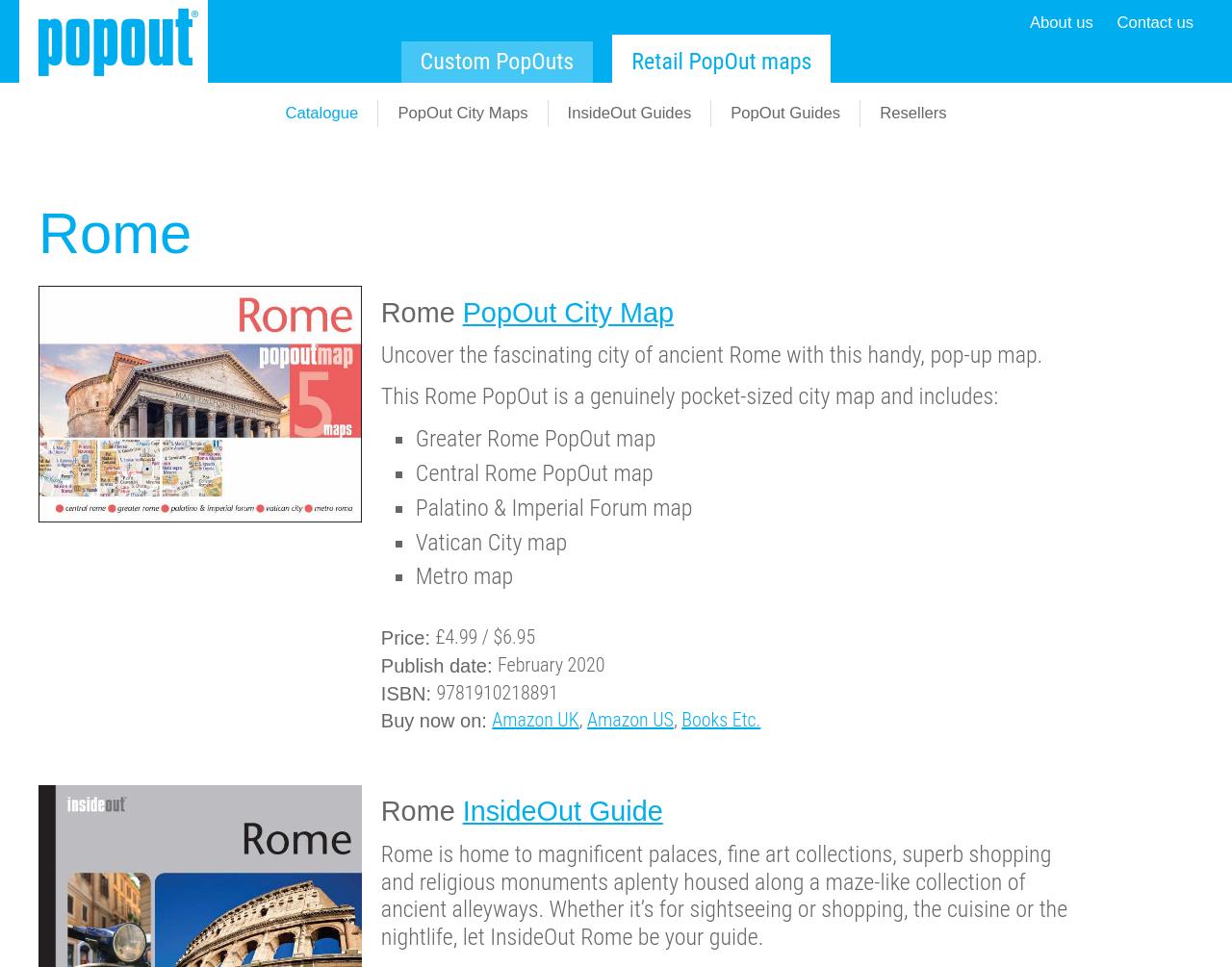 Image resolution: width=1232 pixels, height=967 pixels. I want to click on 'Resellers', so click(911, 112).